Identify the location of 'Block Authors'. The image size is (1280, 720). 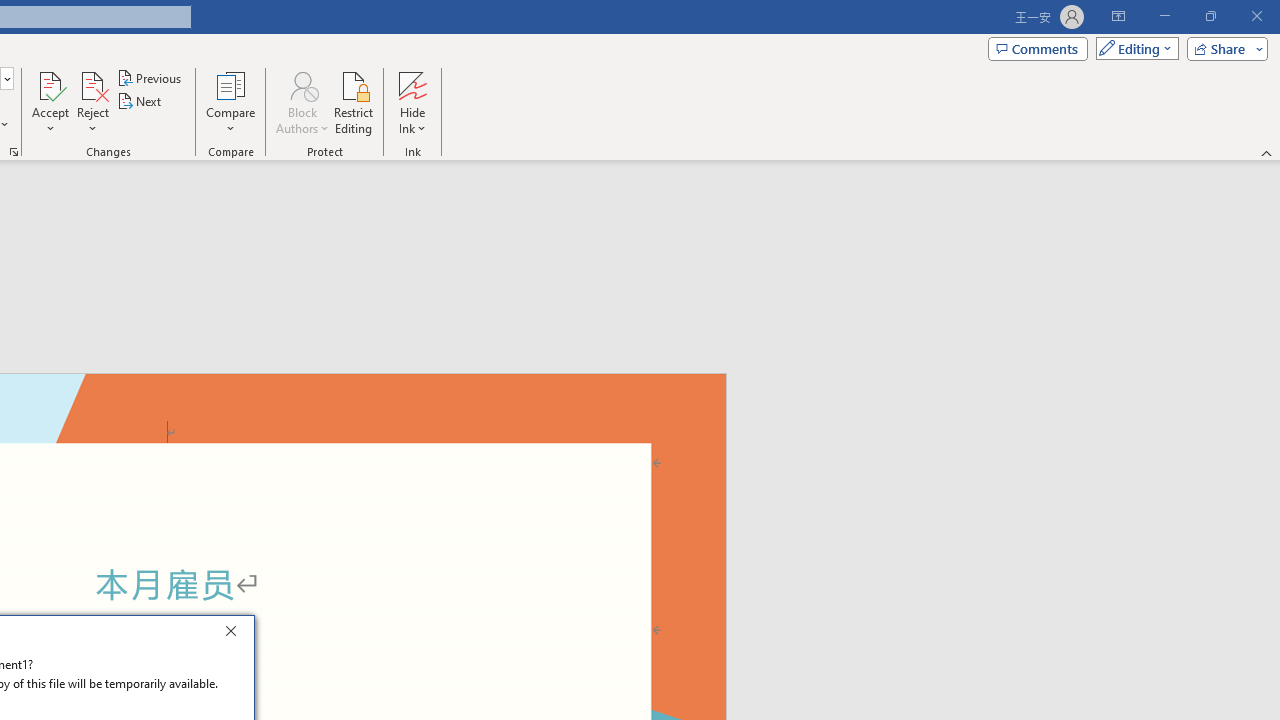
(301, 84).